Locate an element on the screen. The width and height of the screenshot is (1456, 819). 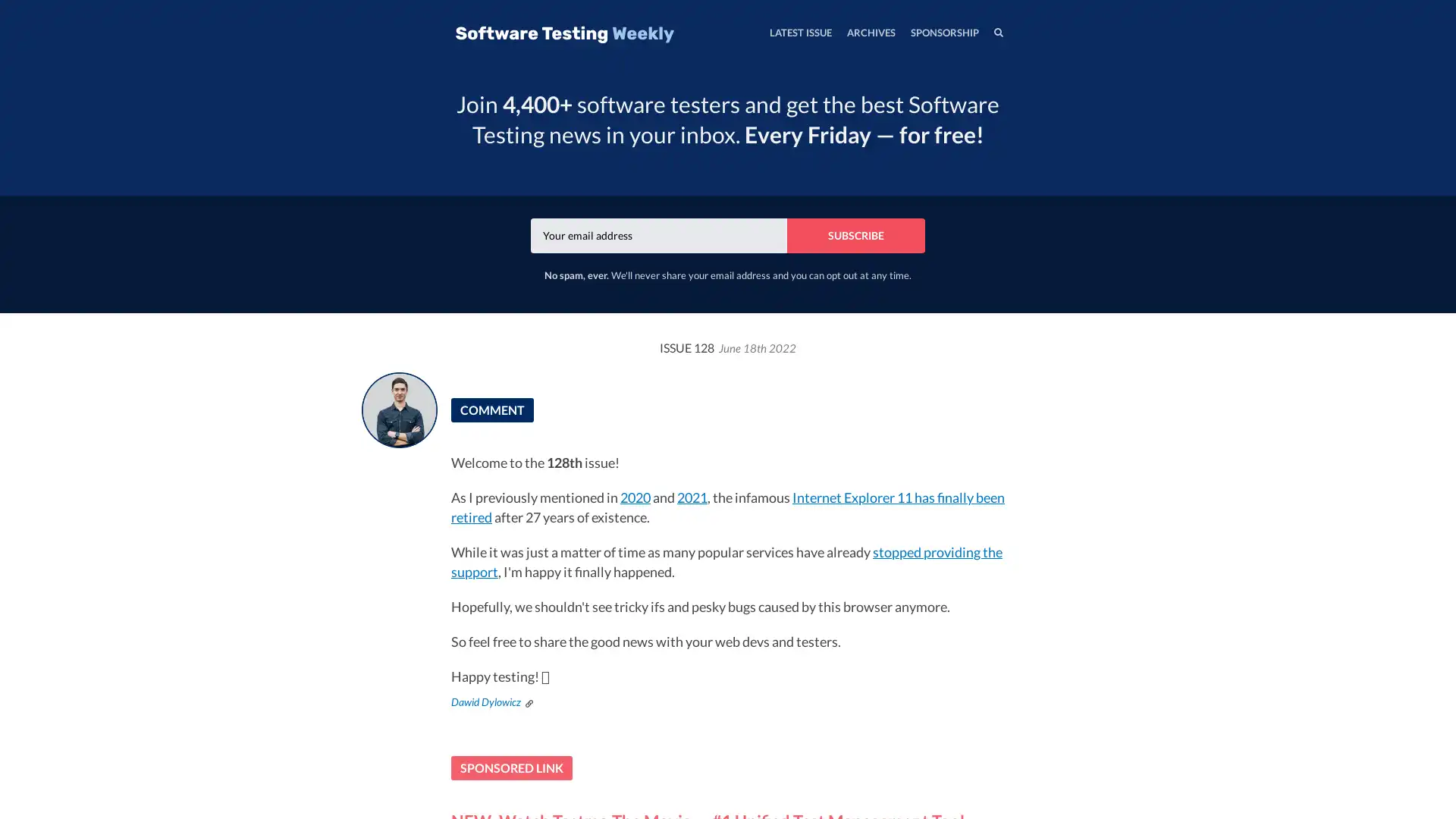
TOGGLE MENU is located at coordinates (453, 3).